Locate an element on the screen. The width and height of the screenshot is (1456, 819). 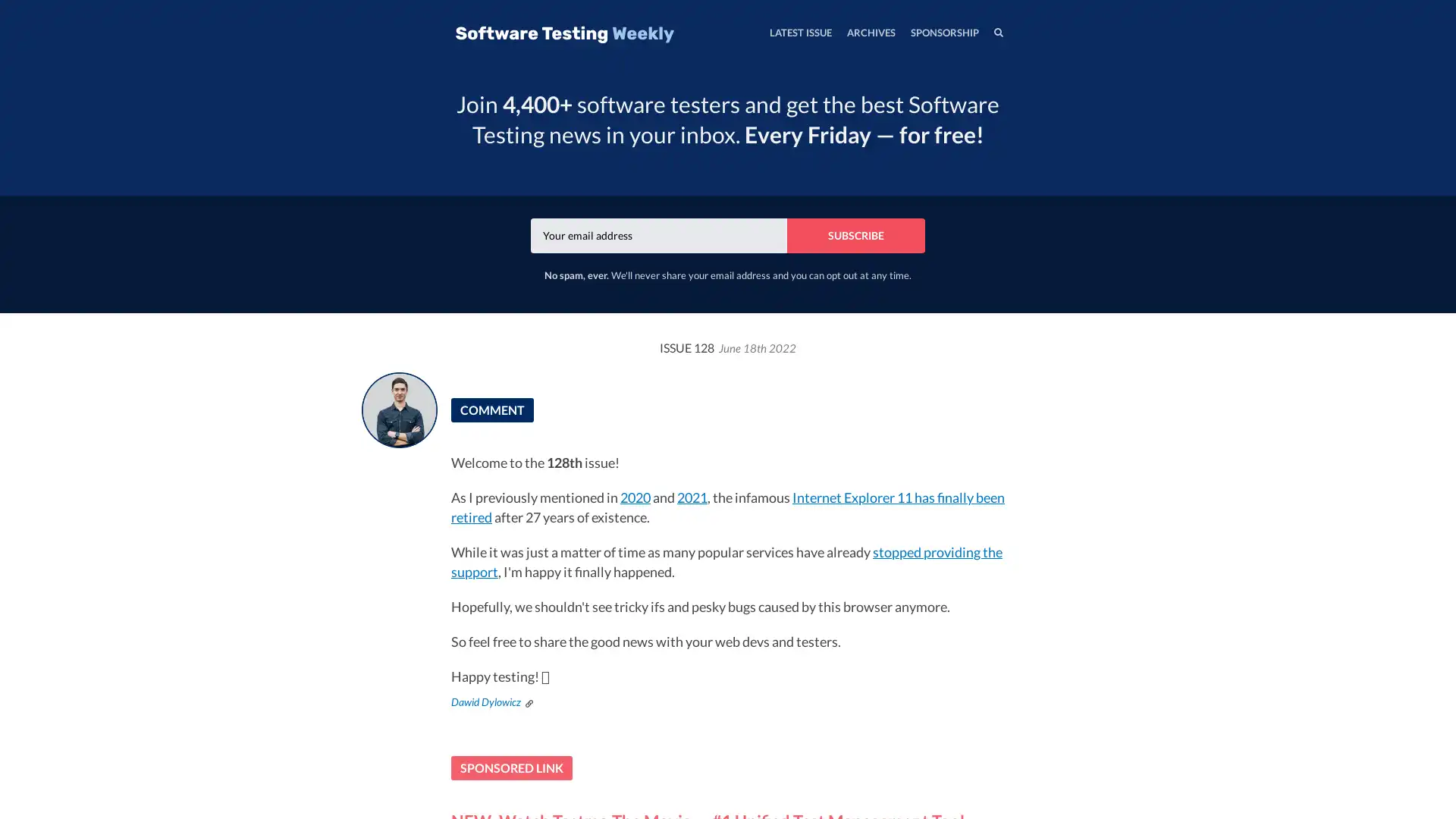
TOGGLE MENU is located at coordinates (453, 3).